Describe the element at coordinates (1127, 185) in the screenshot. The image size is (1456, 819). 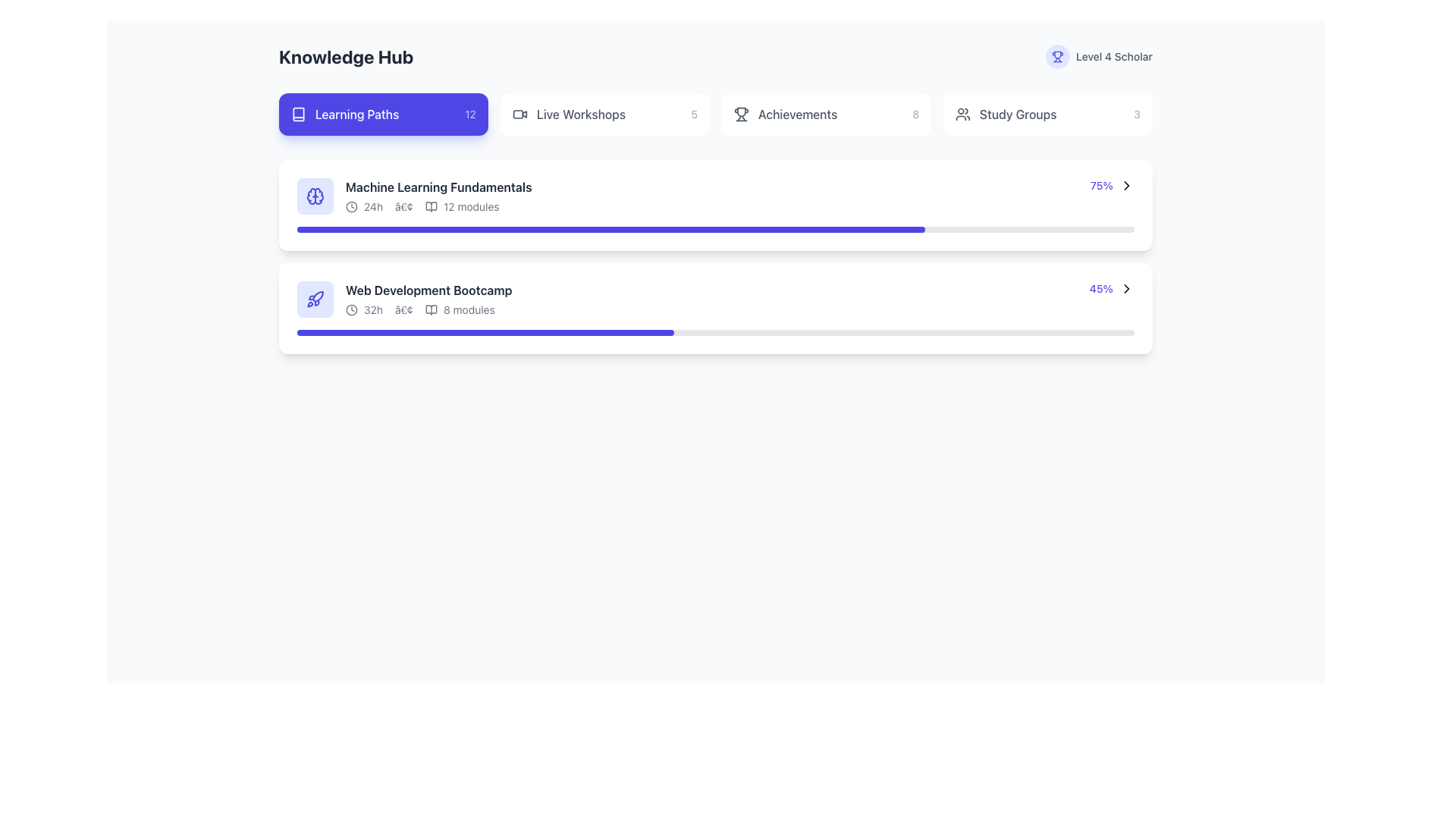
I see `the Vector icon (chevron right) located in the second list item, which indicates further navigation options` at that location.